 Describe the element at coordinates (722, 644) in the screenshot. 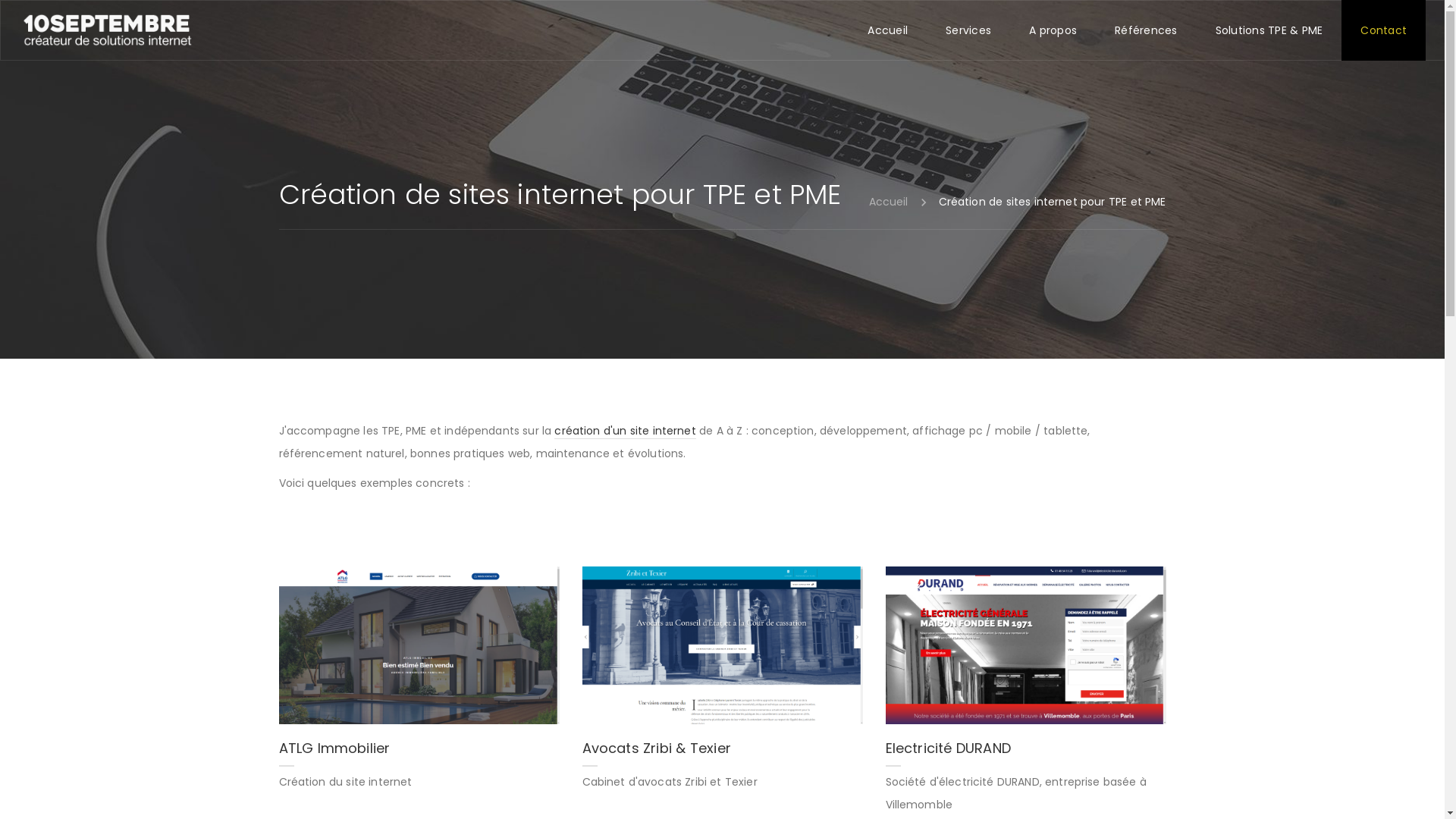

I see `'Avocats Zribi & Texier'` at that location.